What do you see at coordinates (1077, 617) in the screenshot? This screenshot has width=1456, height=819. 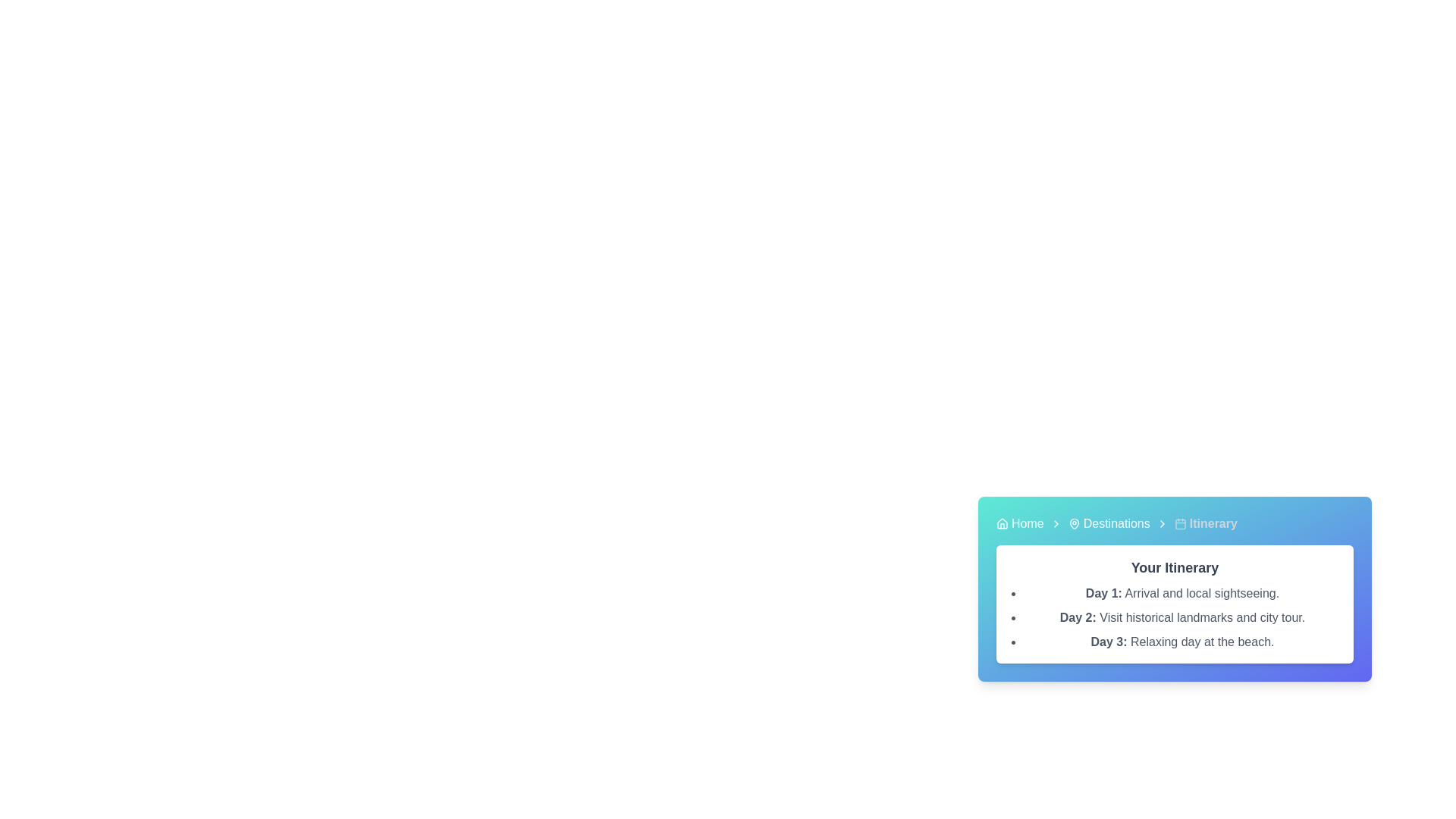 I see `text content of the Text Label displaying 'Day 2:' in bold dark gray style, positioned beneath 'Day 1: Arrival and local sightseeing' within the itinerary card` at bounding box center [1077, 617].